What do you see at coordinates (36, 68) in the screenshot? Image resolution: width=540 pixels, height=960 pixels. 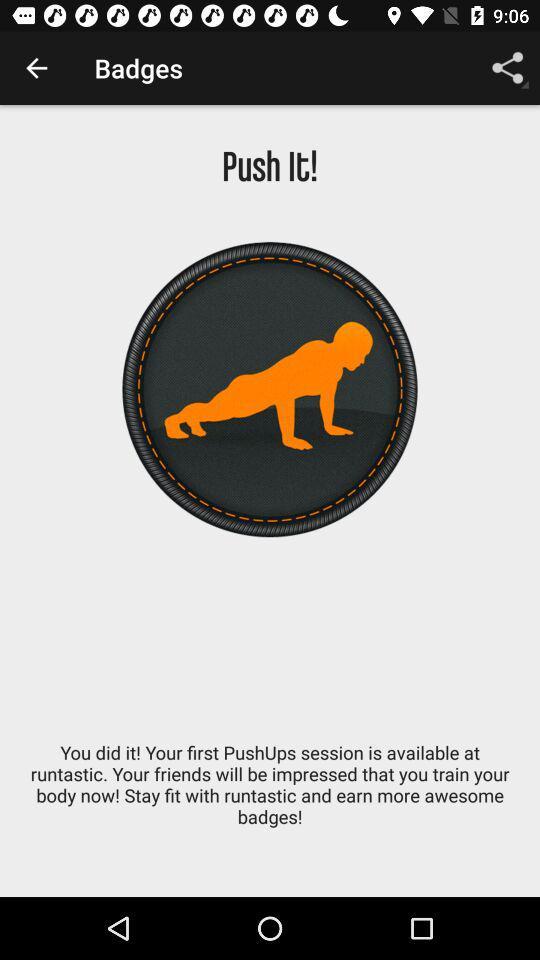 I see `item above push it! item` at bounding box center [36, 68].